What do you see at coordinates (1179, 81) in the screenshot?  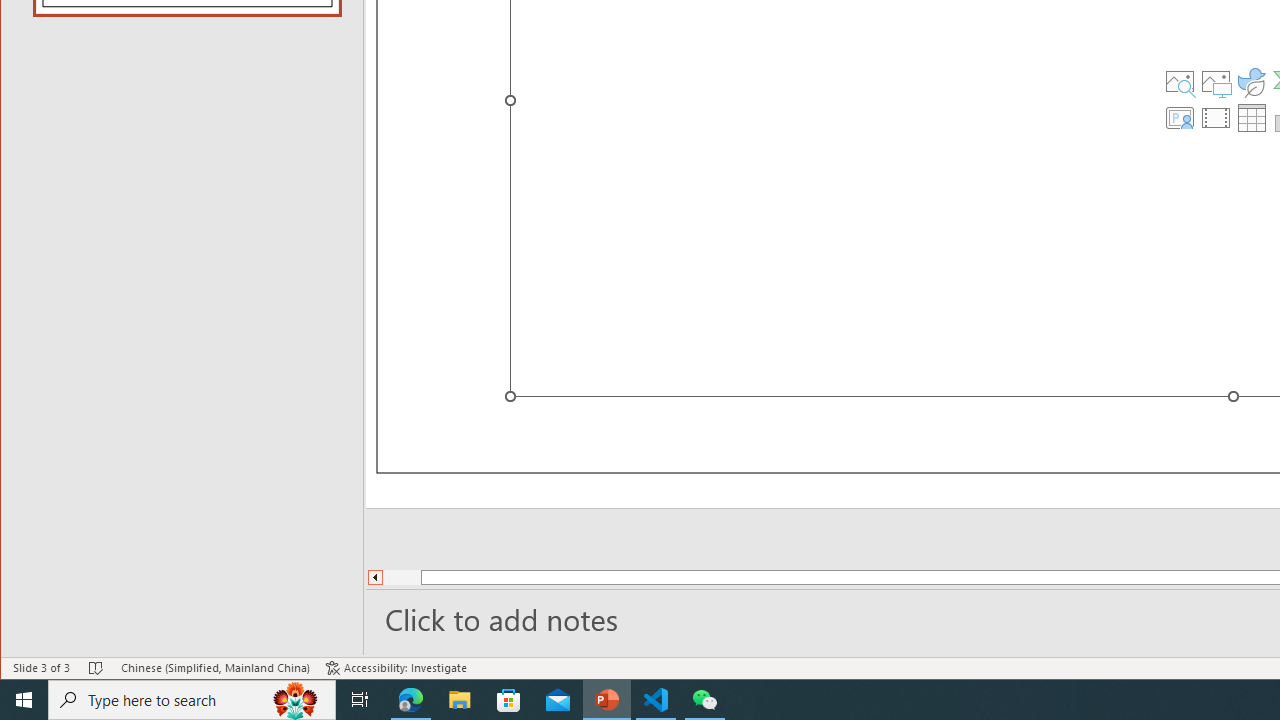 I see `'Stock Images'` at bounding box center [1179, 81].